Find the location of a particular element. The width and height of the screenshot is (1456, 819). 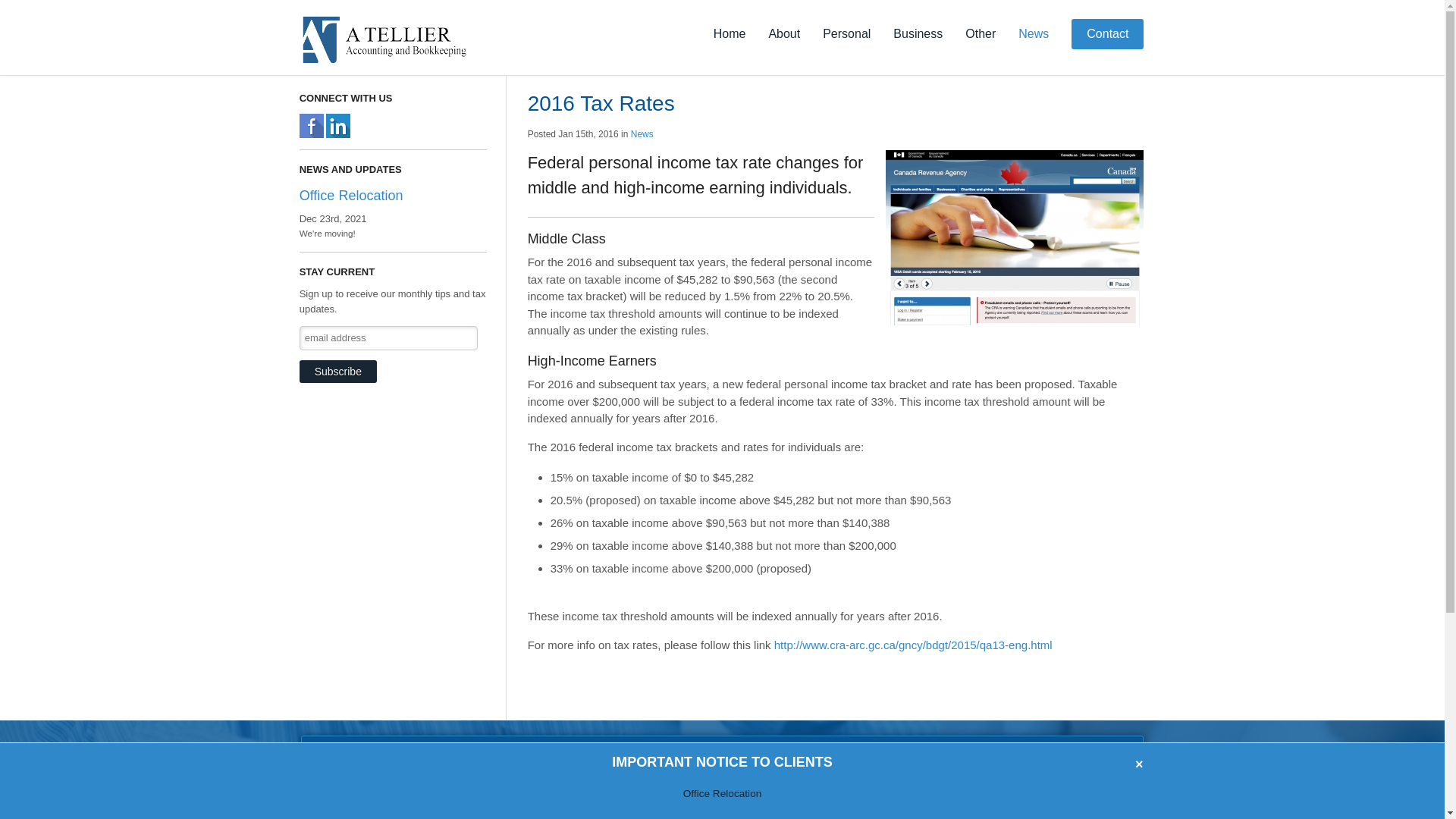

'Home' is located at coordinates (712, 34).